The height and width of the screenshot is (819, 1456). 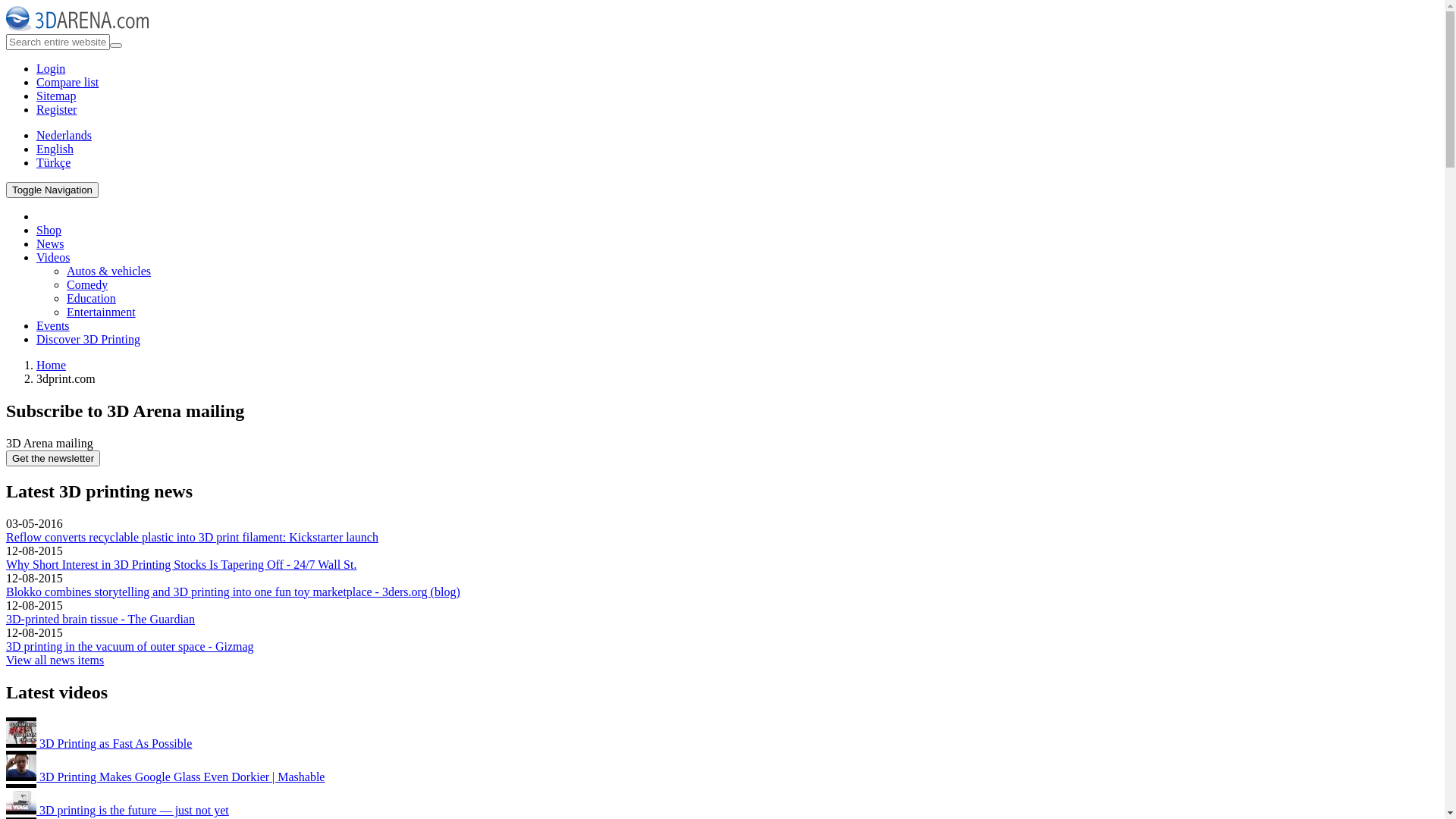 What do you see at coordinates (6, 6) in the screenshot?
I see `'Skip to main content'` at bounding box center [6, 6].